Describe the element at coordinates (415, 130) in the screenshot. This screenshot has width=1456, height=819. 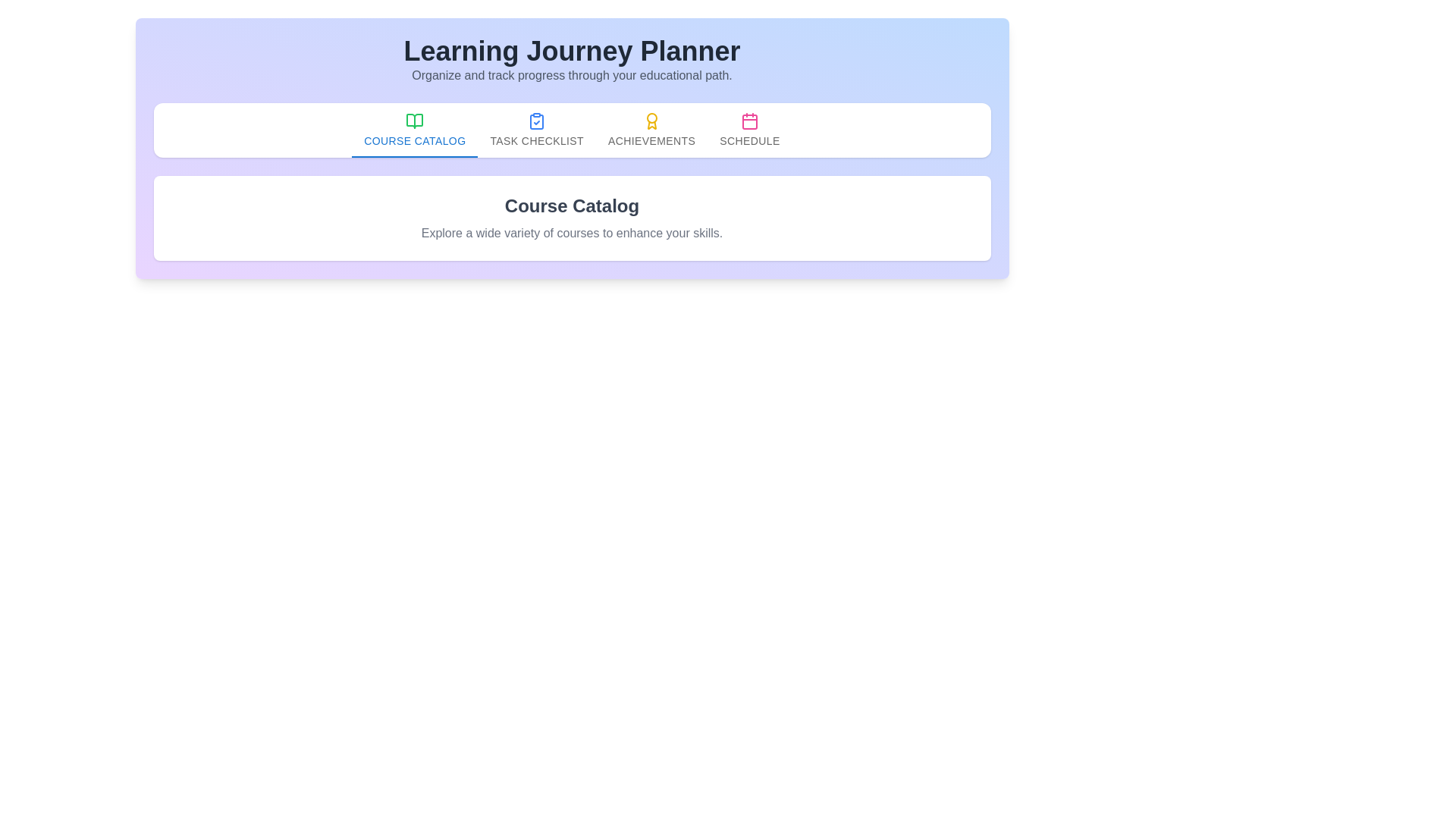
I see `the 'Course Catalog' tab, which is the first tab in the tab group and is highlighted with a blue underline` at that location.